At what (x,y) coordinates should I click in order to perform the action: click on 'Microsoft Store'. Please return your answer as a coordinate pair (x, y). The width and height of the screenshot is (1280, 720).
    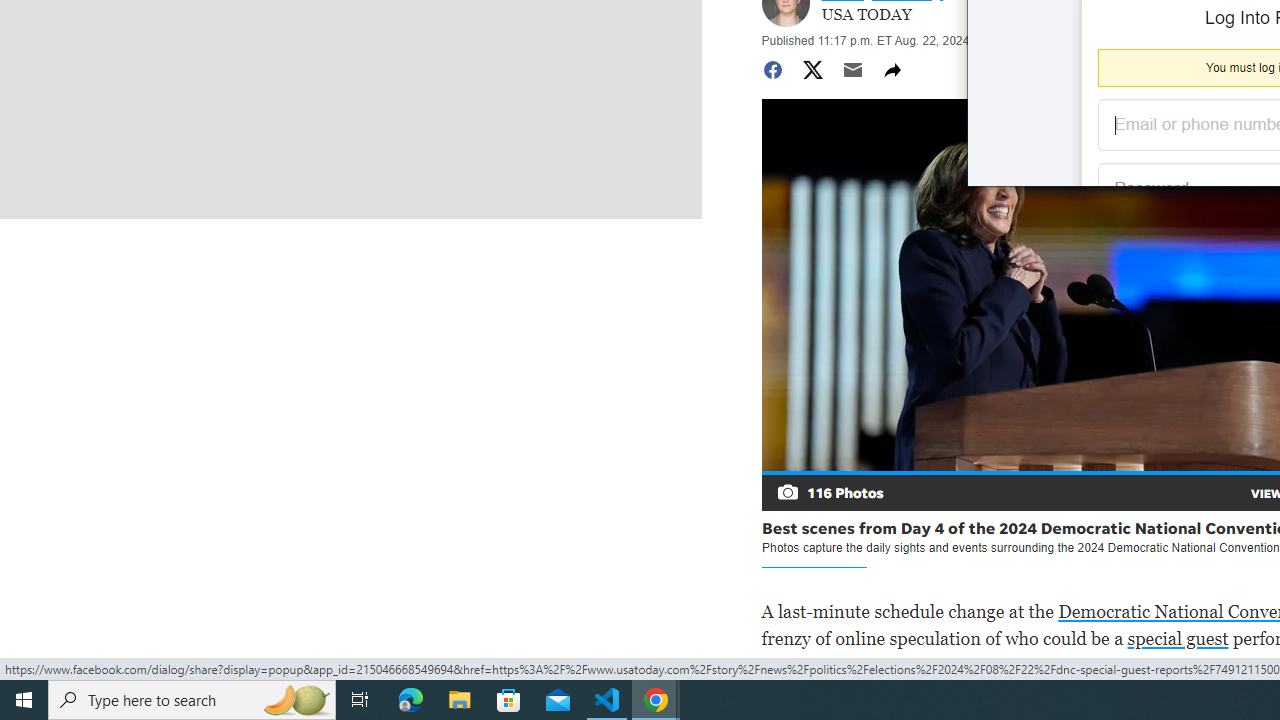
    Looking at the image, I should click on (509, 698).